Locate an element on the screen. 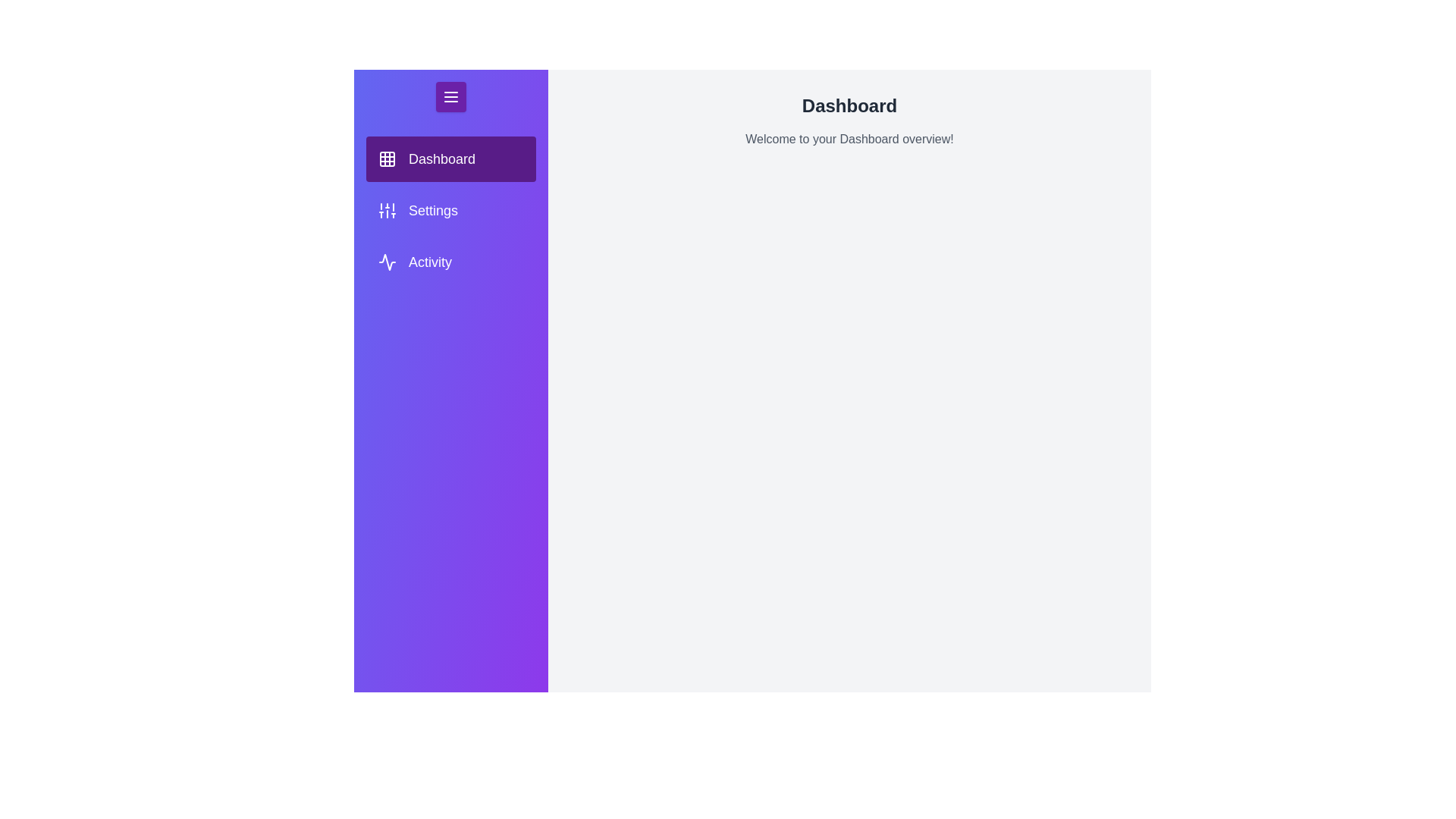 The height and width of the screenshot is (819, 1456). the tab Settings in the menu is located at coordinates (450, 210).